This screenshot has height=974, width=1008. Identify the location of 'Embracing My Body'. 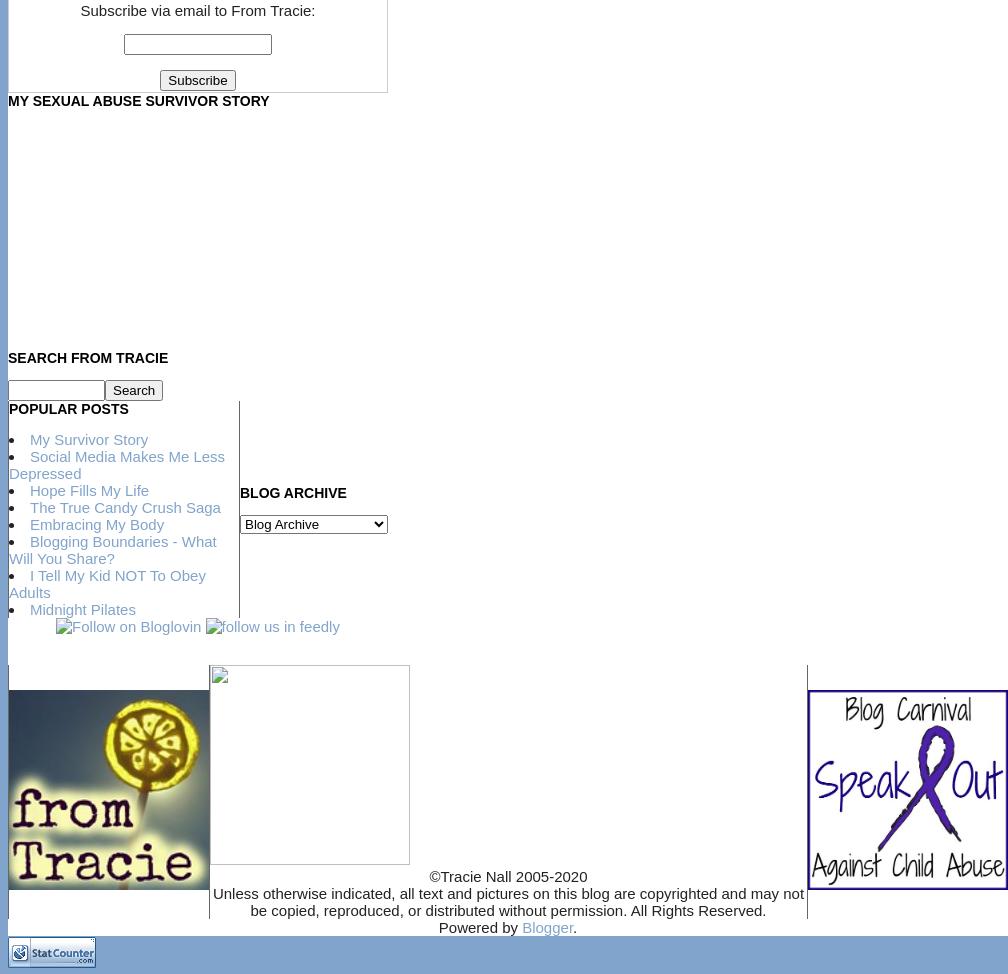
(96, 523).